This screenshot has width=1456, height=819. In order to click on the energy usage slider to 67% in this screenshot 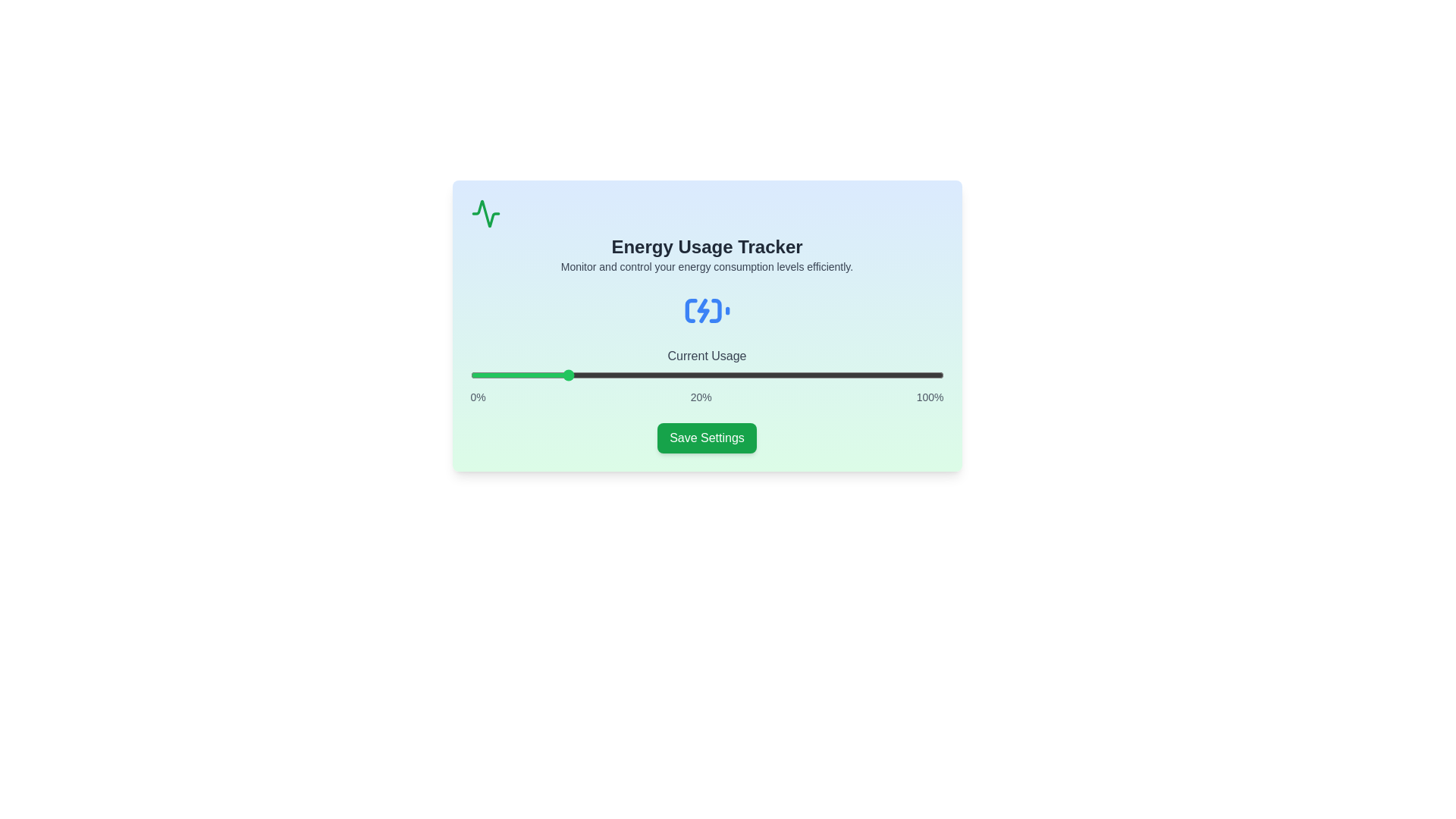, I will do `click(787, 375)`.